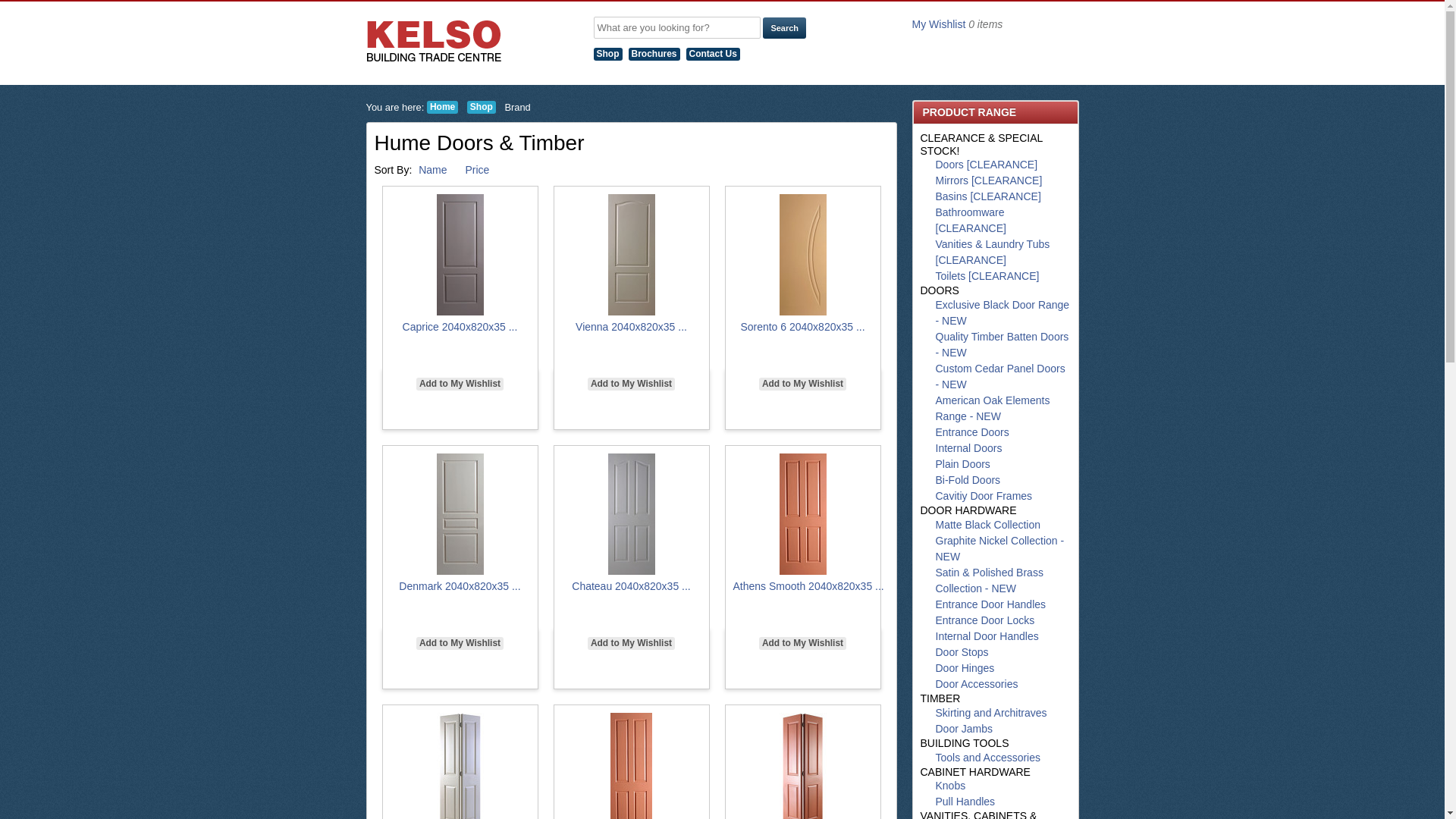 This screenshot has height=819, width=1456. I want to click on 'Contact Us', so click(715, 52).